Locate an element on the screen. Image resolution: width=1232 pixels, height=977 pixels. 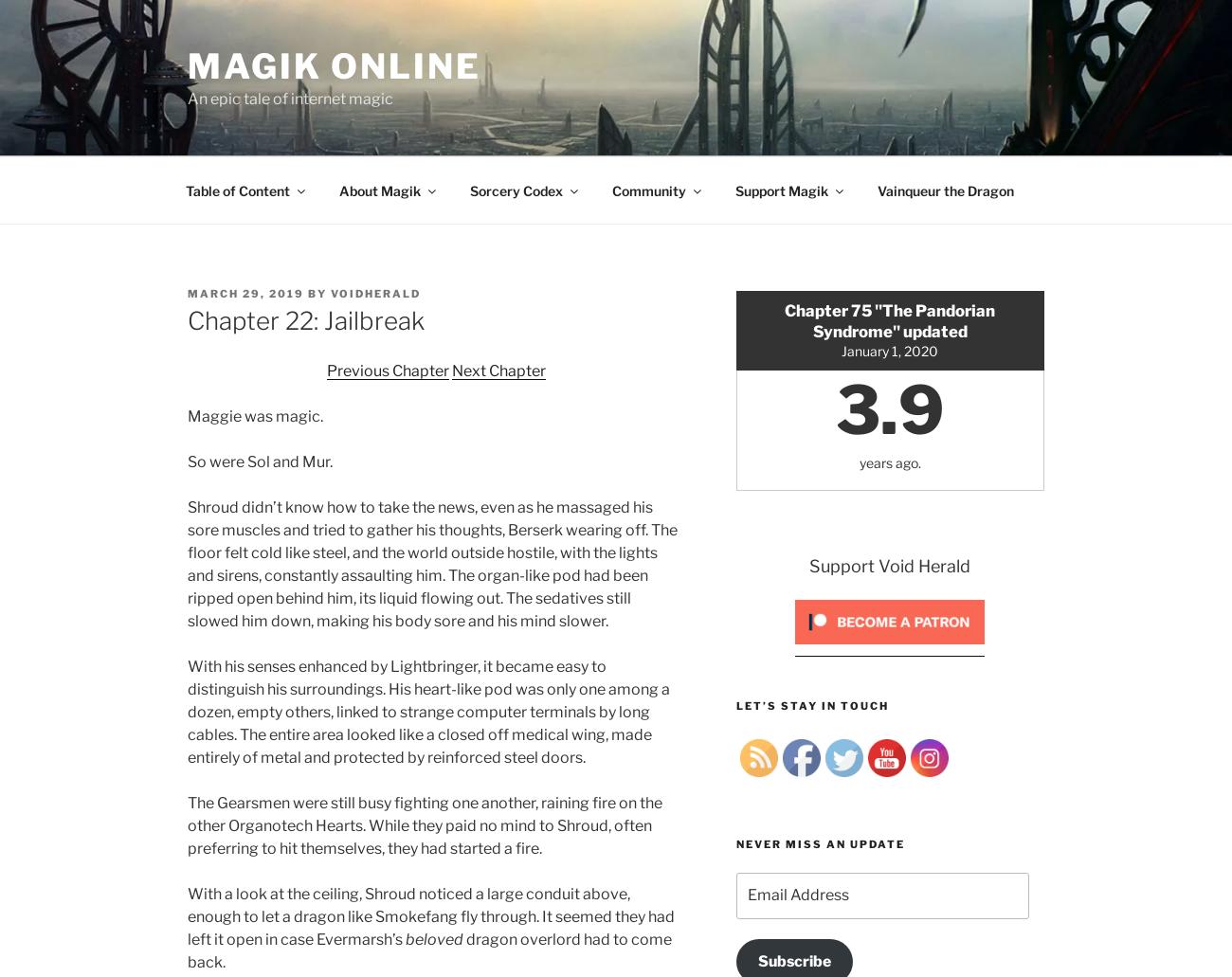
'Magik Online' is located at coordinates (333, 66).